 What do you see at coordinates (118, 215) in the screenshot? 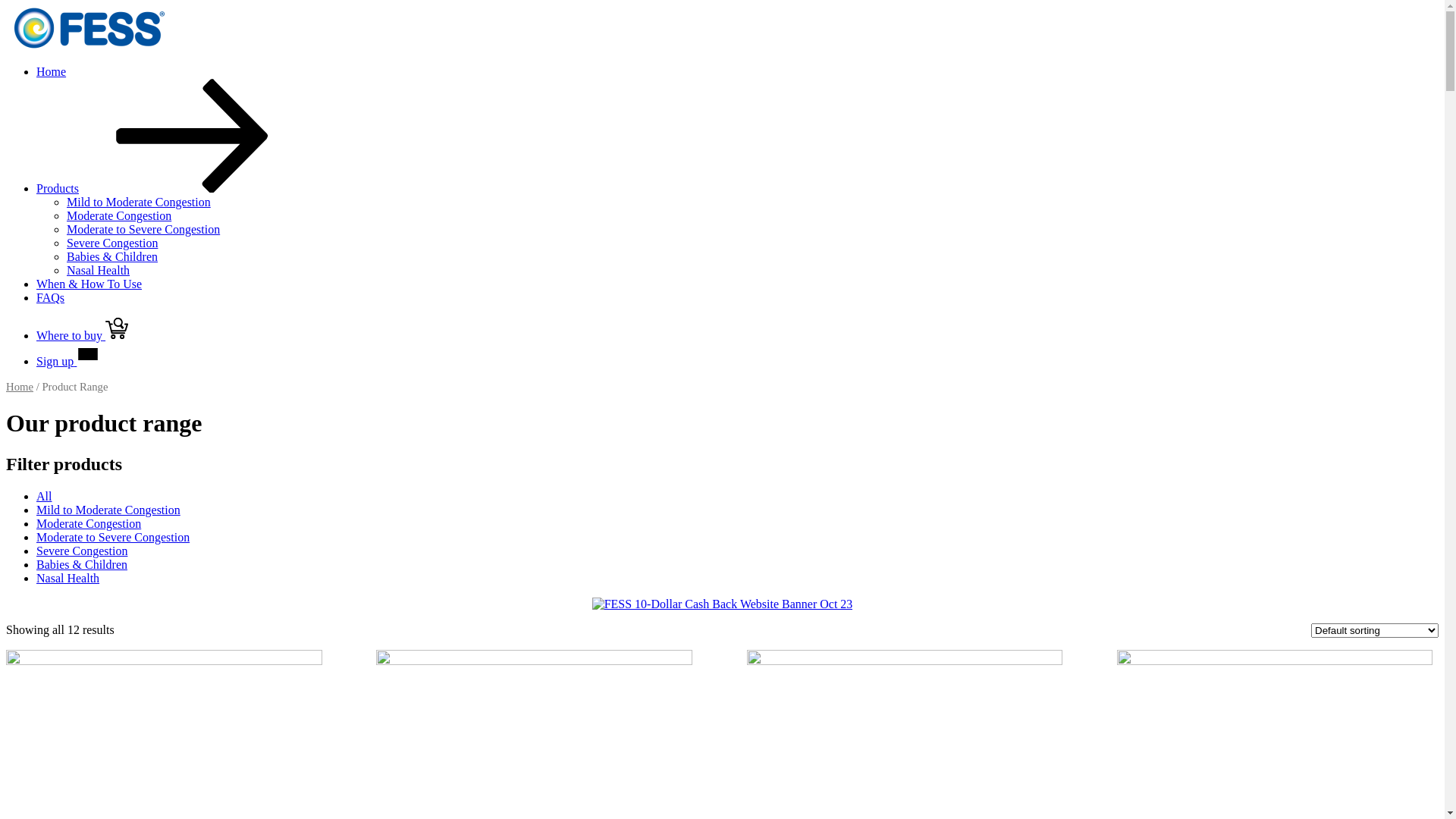
I see `'Moderate Congestion'` at bounding box center [118, 215].